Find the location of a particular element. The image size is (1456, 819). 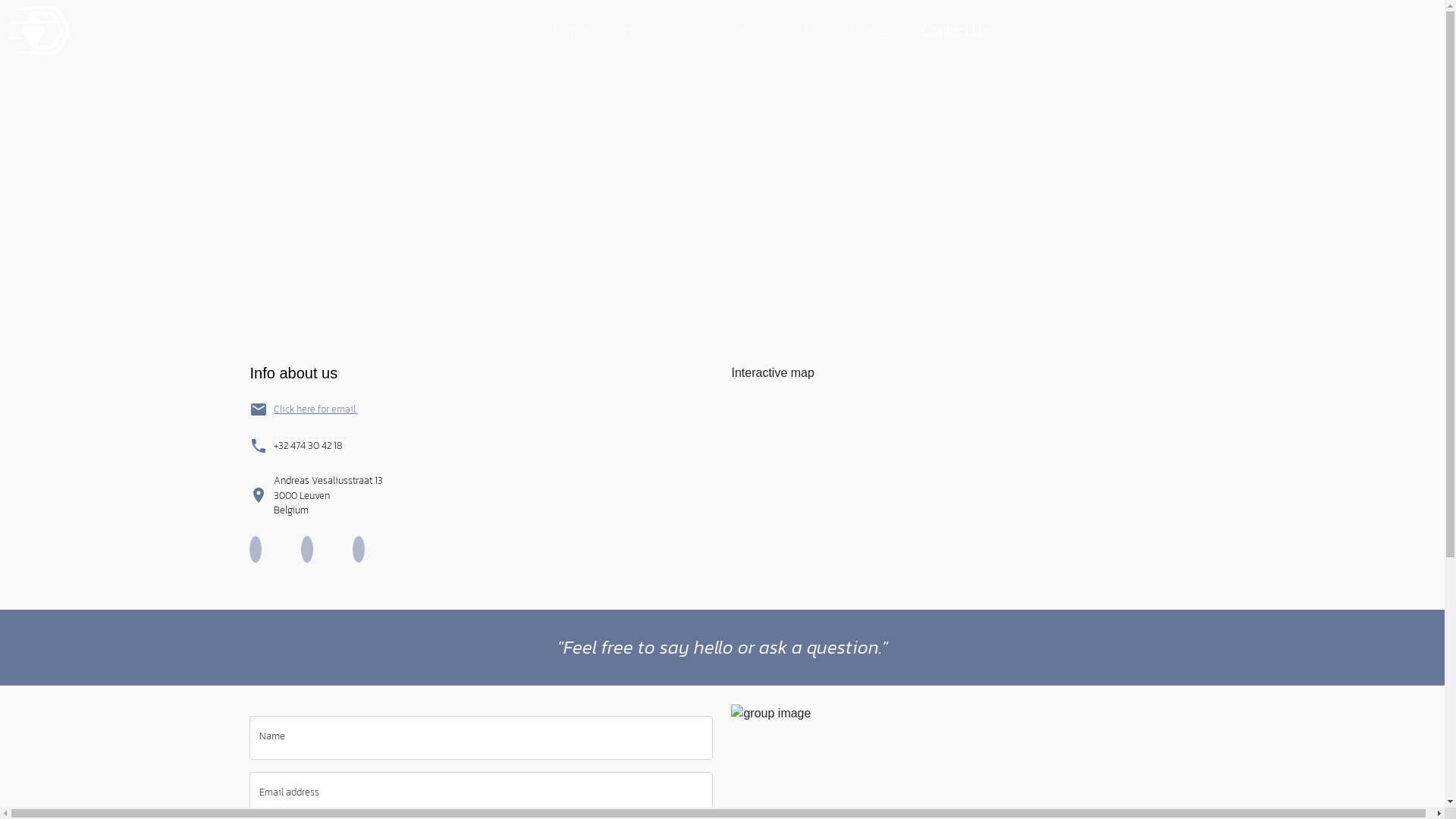

'Home' is located at coordinates (570, 30).